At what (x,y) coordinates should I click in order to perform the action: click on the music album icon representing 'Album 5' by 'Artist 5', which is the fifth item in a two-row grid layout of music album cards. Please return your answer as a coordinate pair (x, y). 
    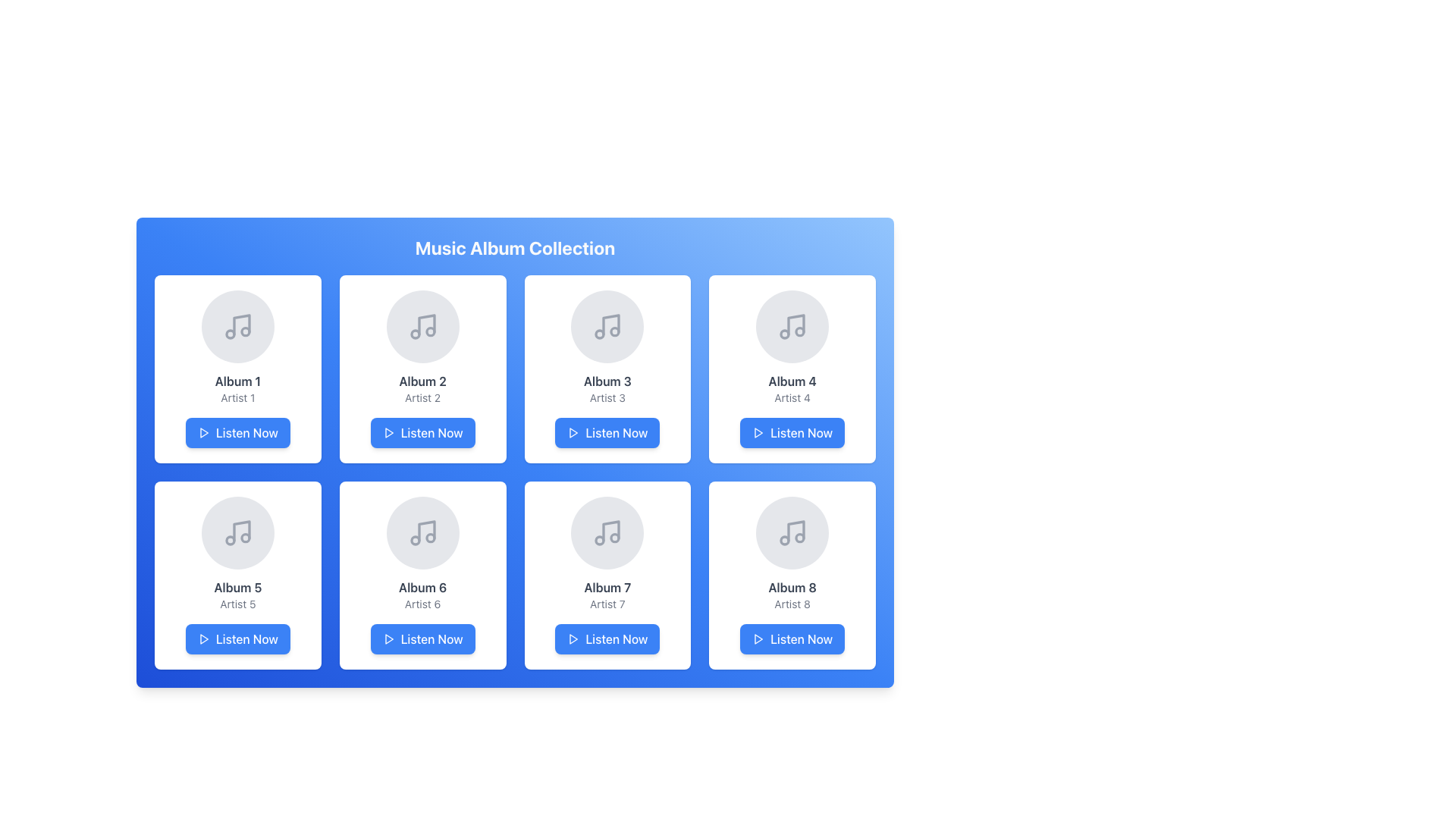
    Looking at the image, I should click on (237, 532).